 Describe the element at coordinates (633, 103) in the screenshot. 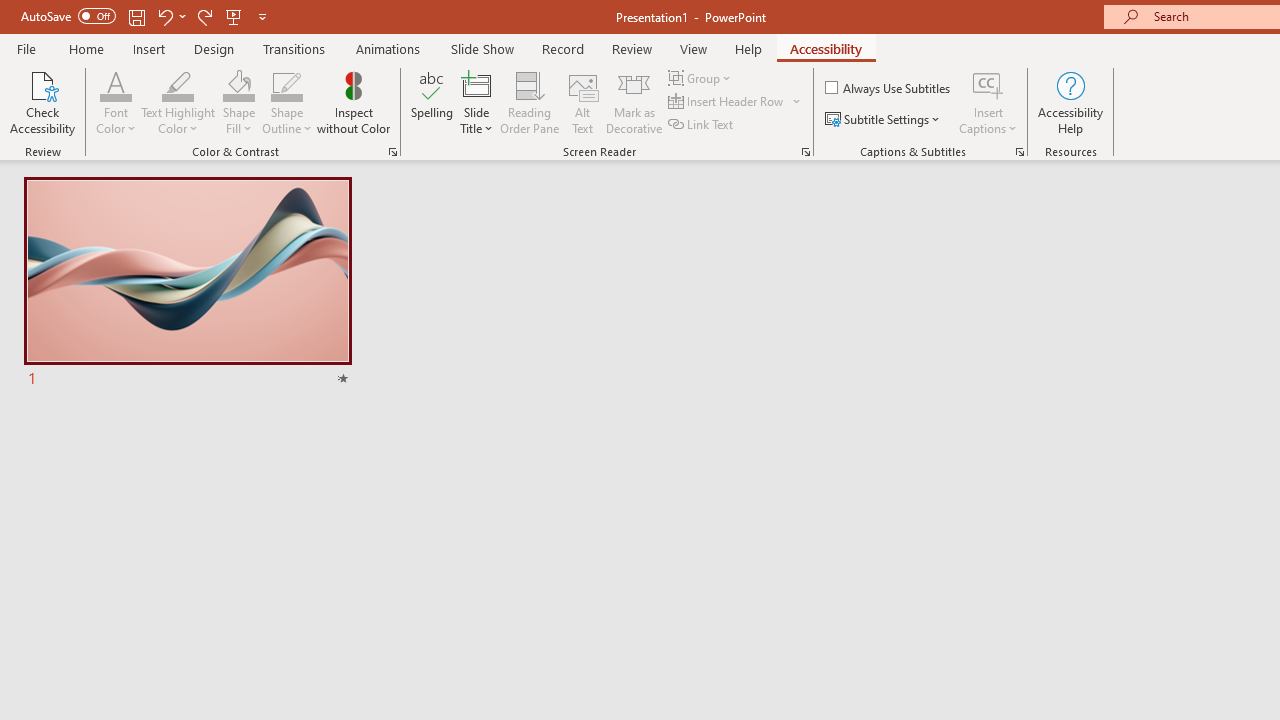

I see `'Mark as Decorative'` at that location.